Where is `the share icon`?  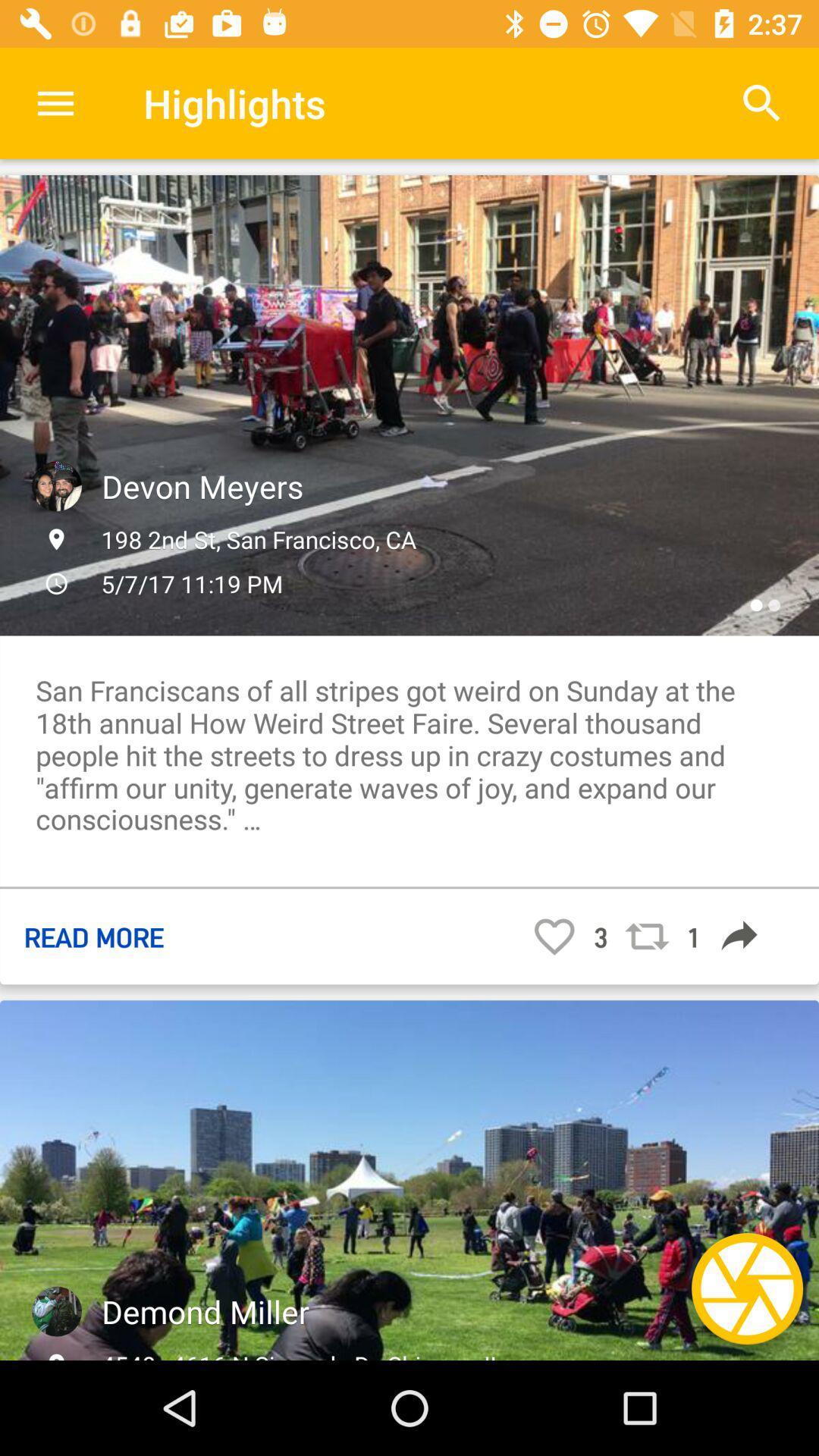
the share icon is located at coordinates (739, 935).